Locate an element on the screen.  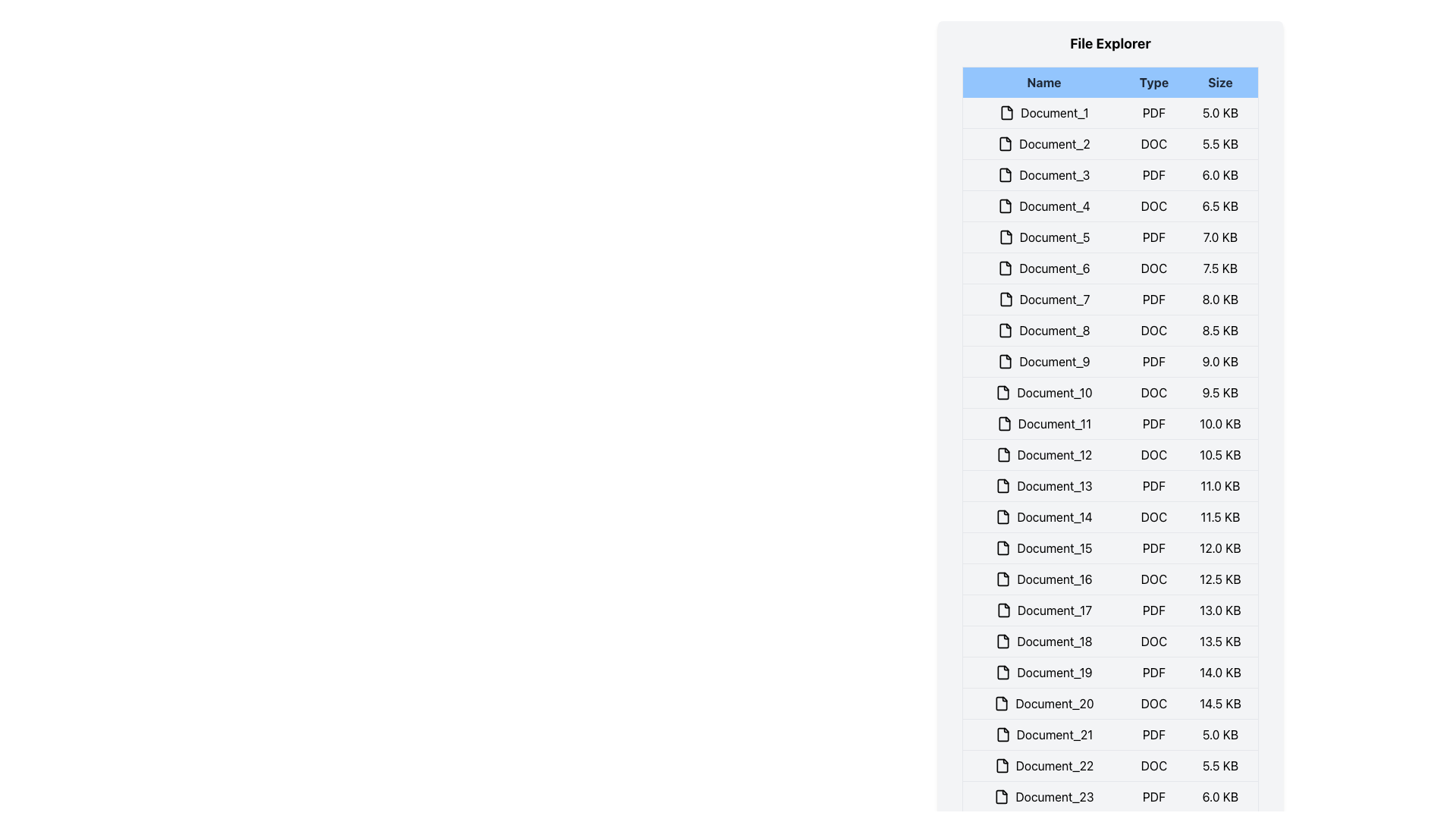
the visual marker icon representing the 'Document_20' item in the file list, located to the left of the text label 'Document_20' is located at coordinates (1002, 704).